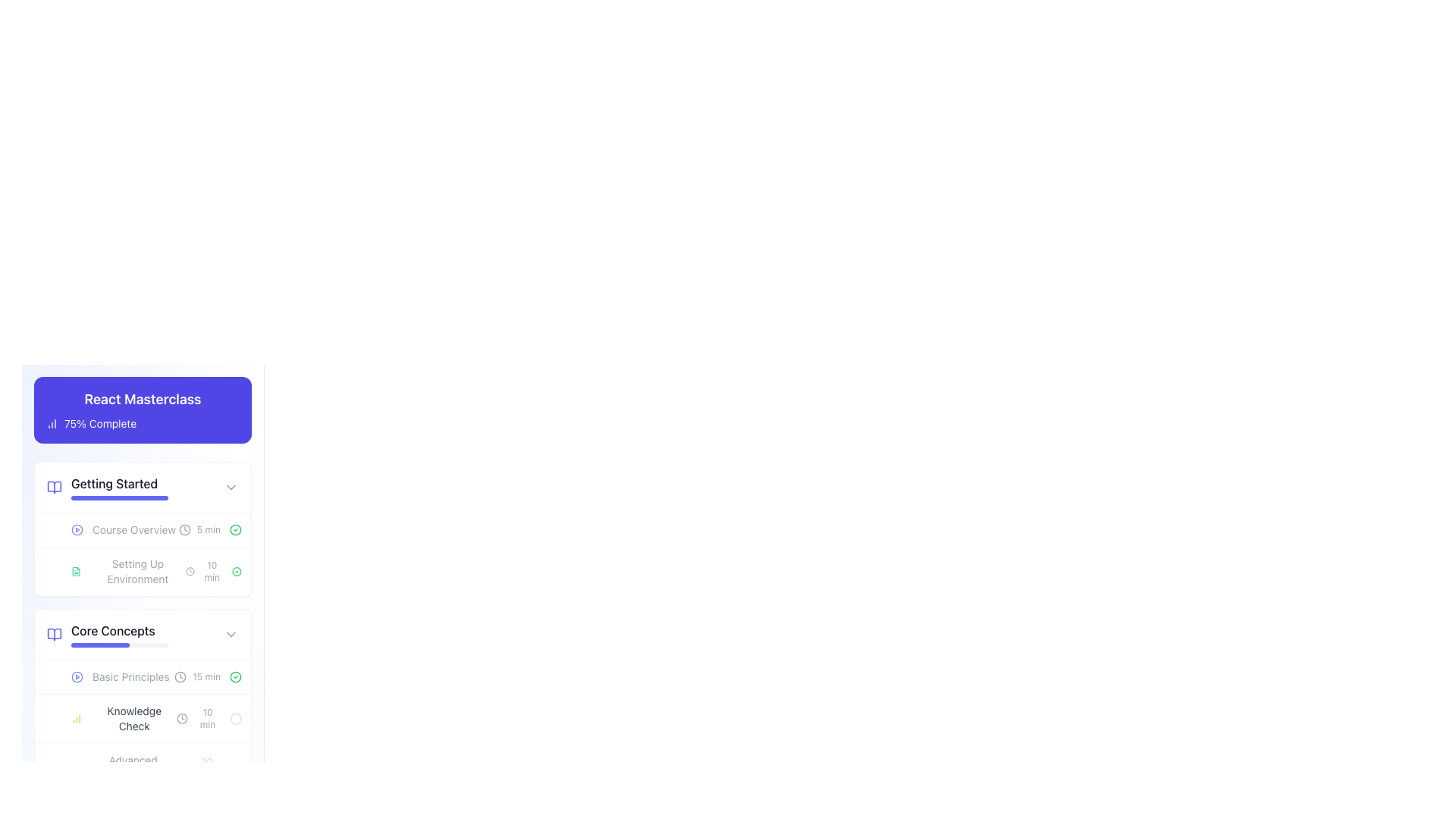 This screenshot has height=819, width=1456. What do you see at coordinates (55, 635) in the screenshot?
I see `the decorative icon representing the 'Core Concepts' section, located in the left panel under the 'Core Concepts' heading` at bounding box center [55, 635].